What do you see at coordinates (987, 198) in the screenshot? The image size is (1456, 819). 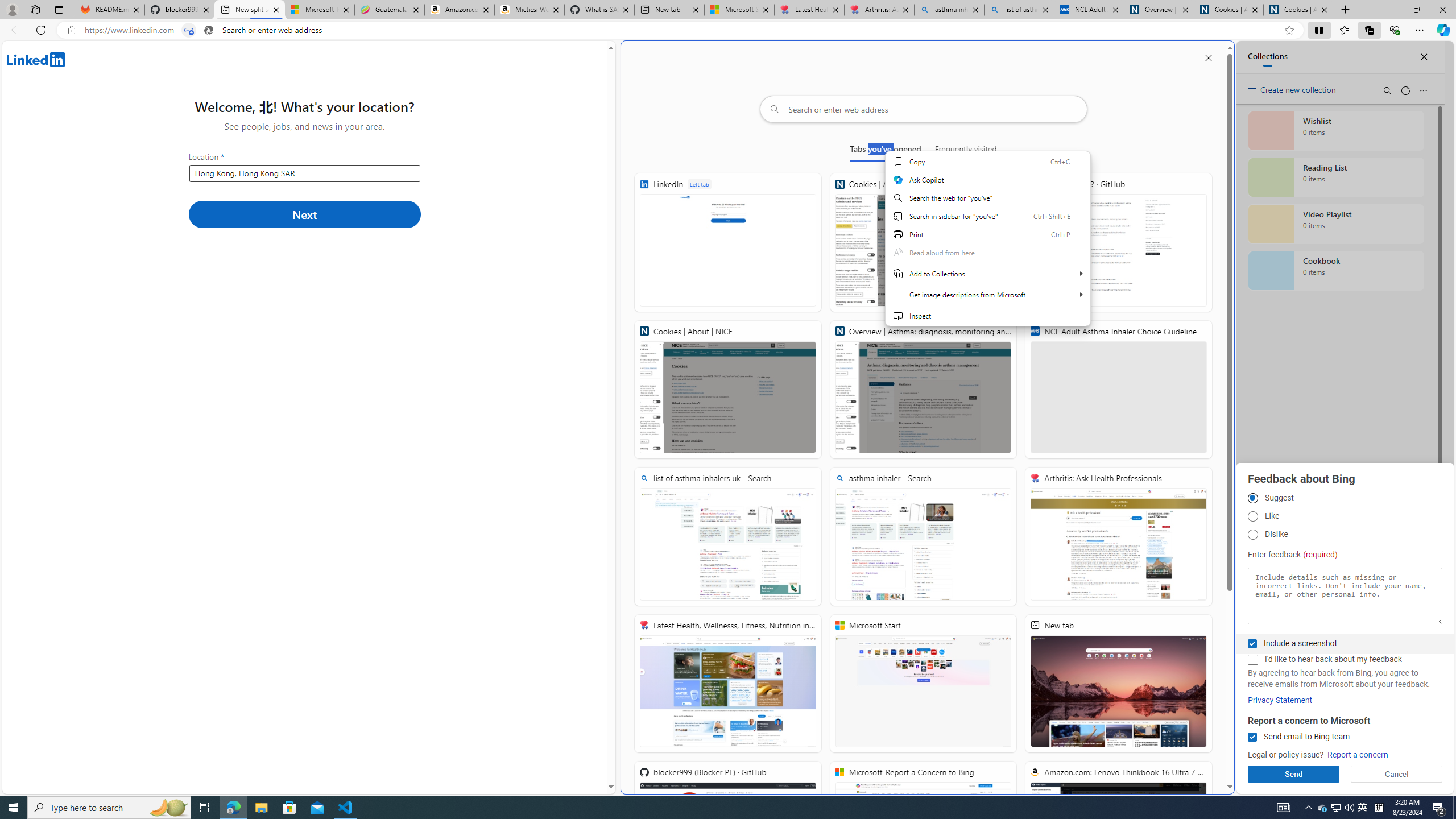 I see `'Search the web for "you'` at bounding box center [987, 198].